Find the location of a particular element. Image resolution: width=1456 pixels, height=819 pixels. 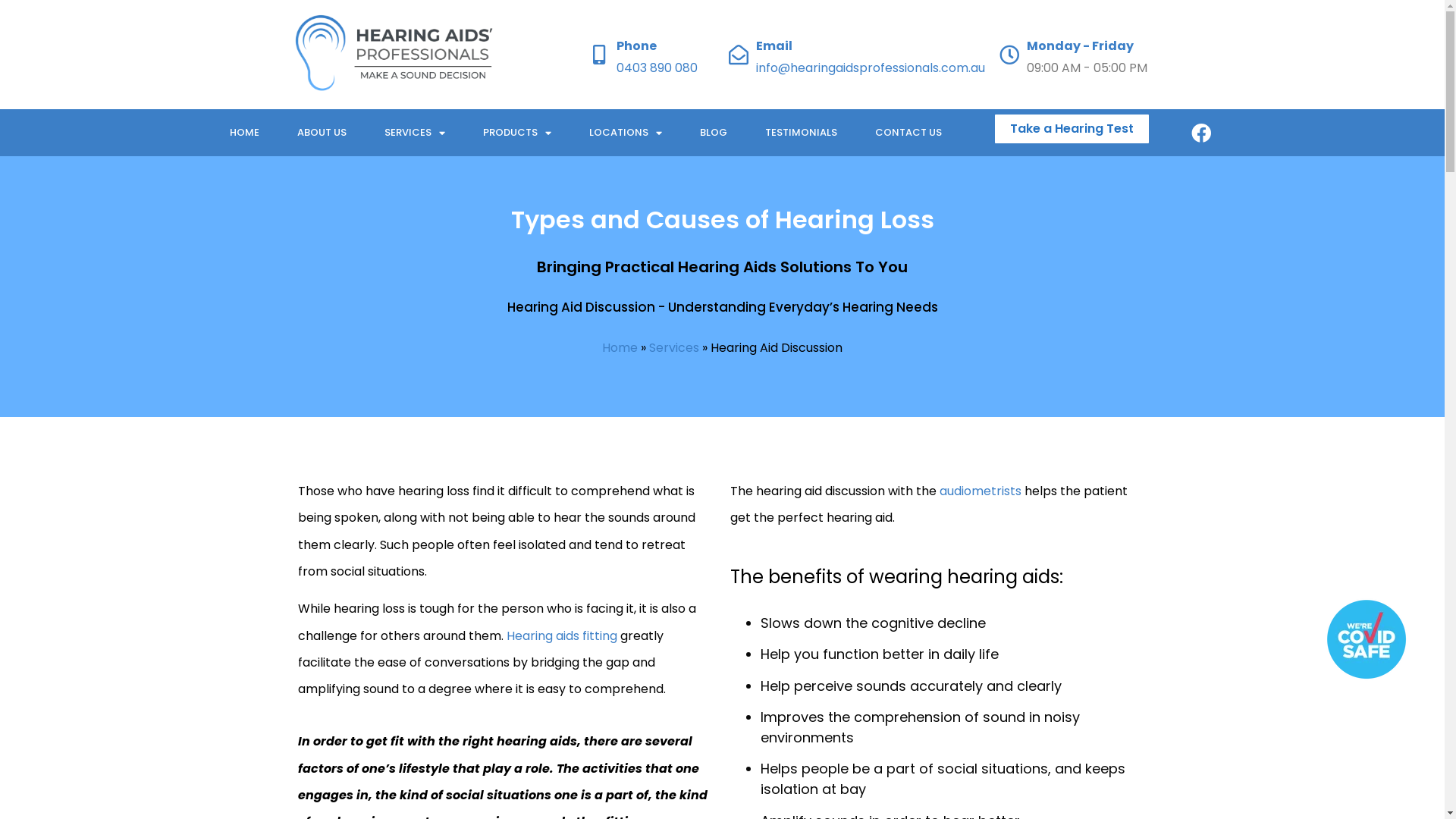

'audiometrists' is located at coordinates (938, 491).